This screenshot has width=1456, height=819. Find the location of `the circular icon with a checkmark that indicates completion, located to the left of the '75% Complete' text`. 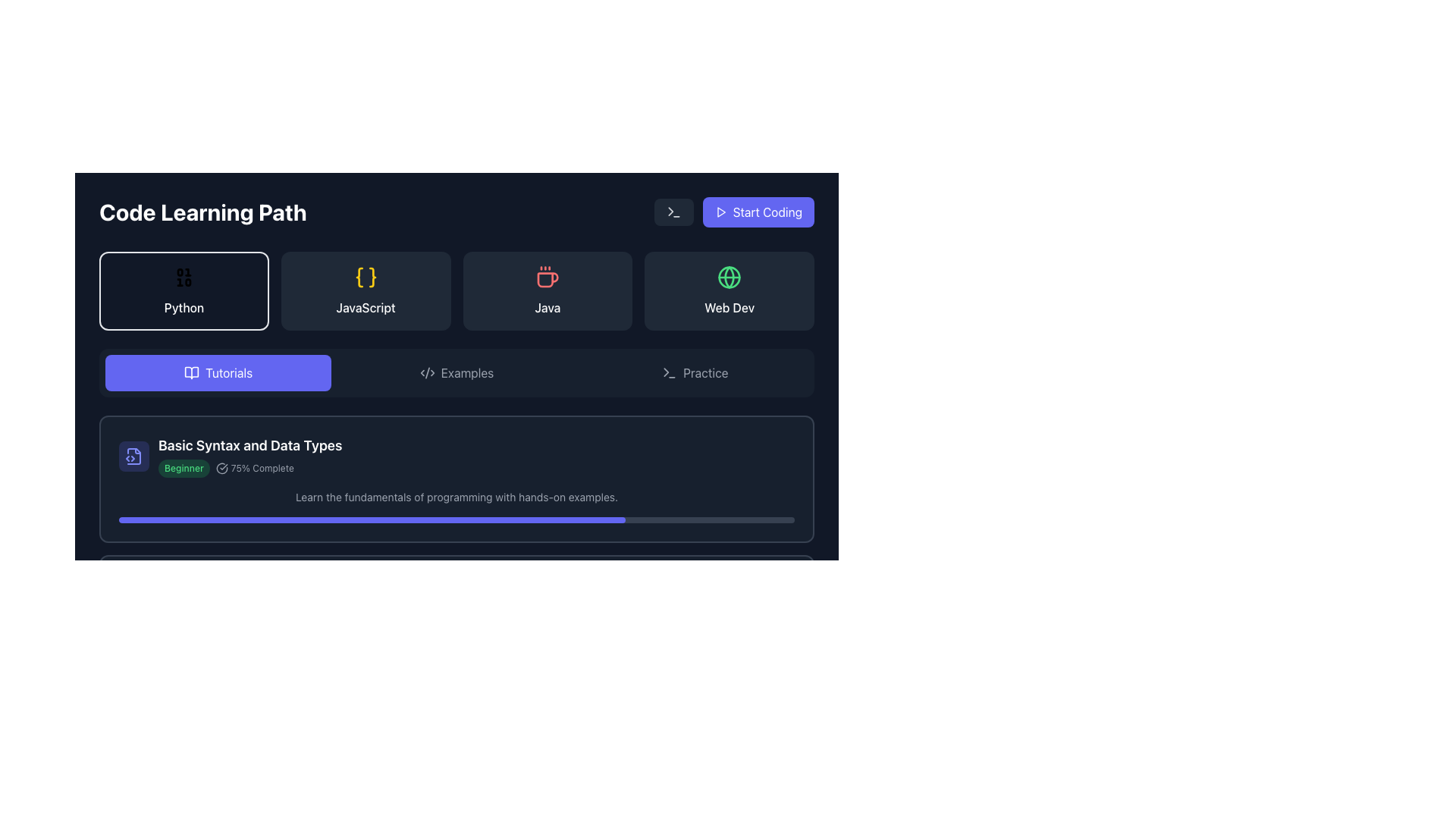

the circular icon with a checkmark that indicates completion, located to the left of the '75% Complete' text is located at coordinates (221, 467).